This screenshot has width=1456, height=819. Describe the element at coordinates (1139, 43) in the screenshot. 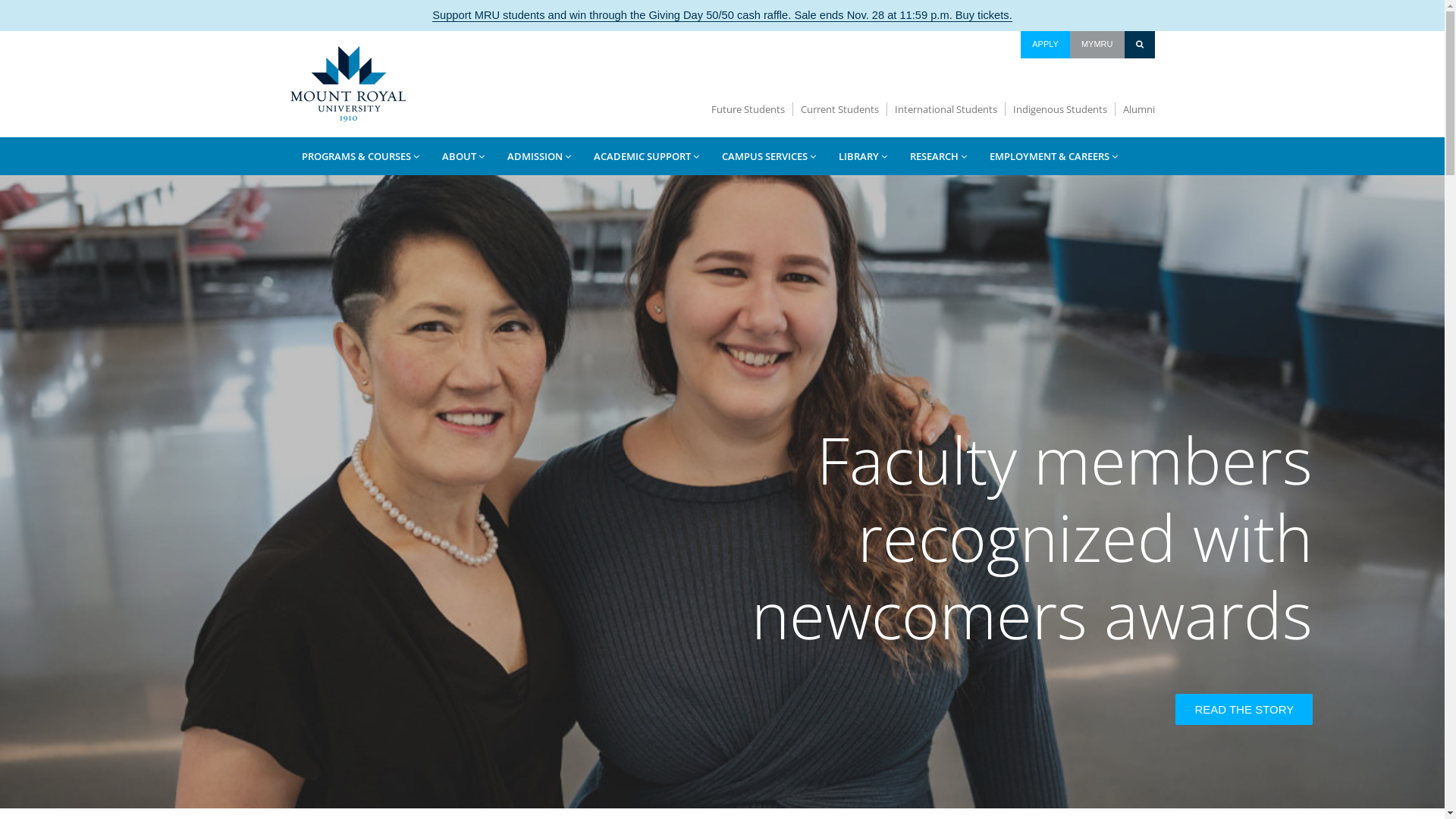

I see `'Open search'` at that location.